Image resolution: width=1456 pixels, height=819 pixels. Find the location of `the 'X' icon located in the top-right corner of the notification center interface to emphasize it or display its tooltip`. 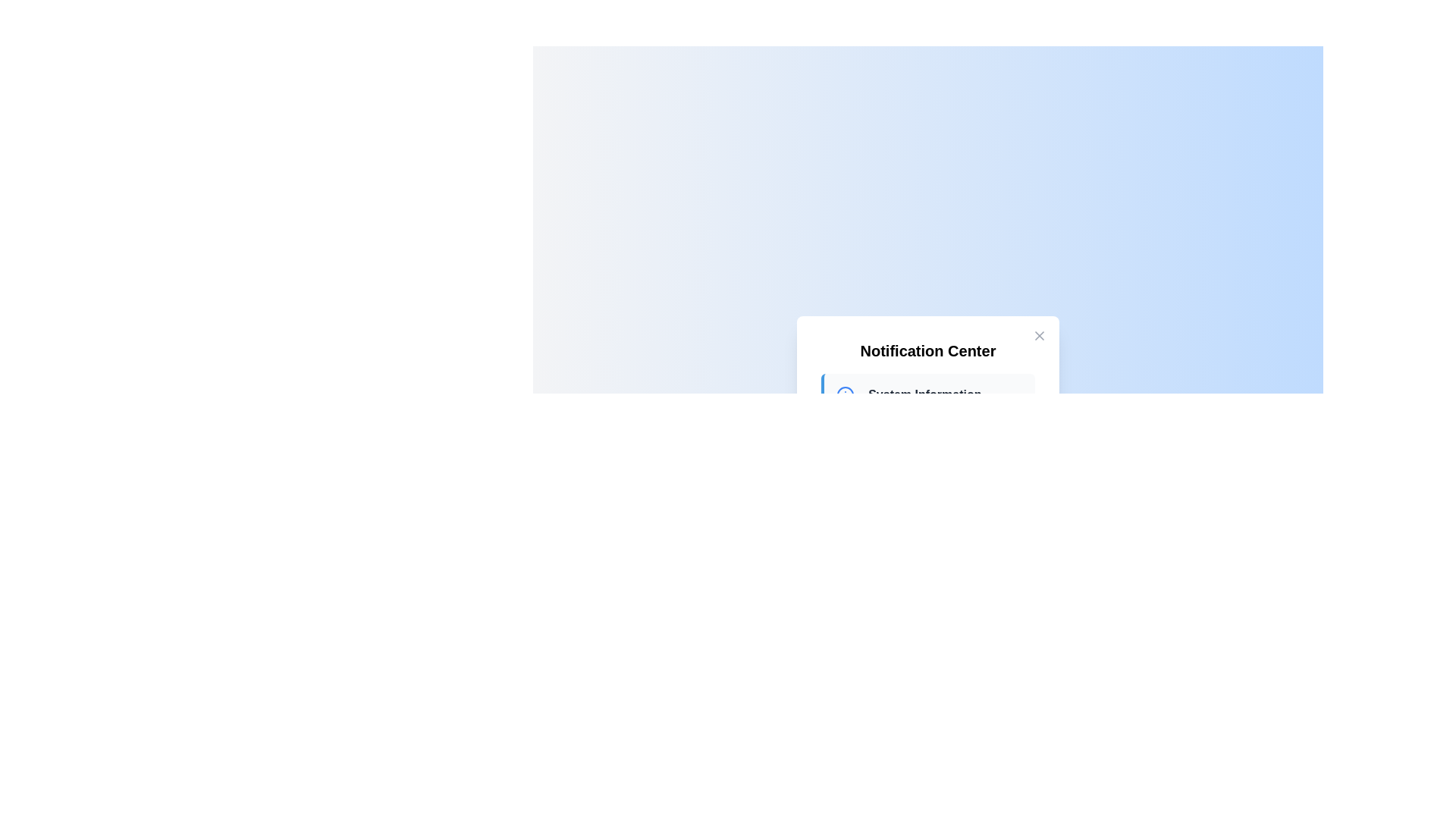

the 'X' icon located in the top-right corner of the notification center interface to emphasize it or display its tooltip is located at coordinates (1039, 335).